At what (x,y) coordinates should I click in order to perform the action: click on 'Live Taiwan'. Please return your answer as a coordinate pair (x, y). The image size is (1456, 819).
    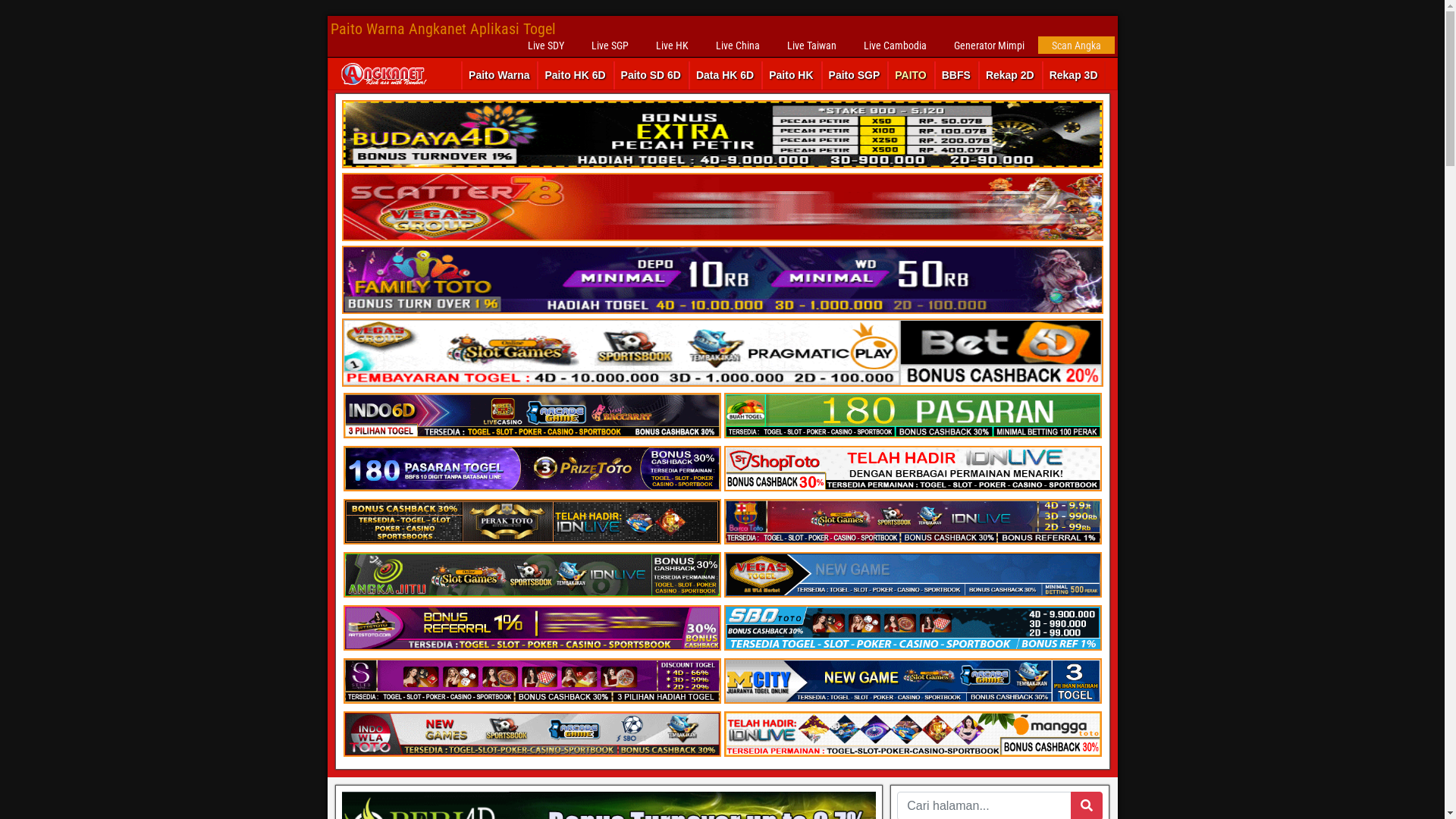
    Looking at the image, I should click on (811, 45).